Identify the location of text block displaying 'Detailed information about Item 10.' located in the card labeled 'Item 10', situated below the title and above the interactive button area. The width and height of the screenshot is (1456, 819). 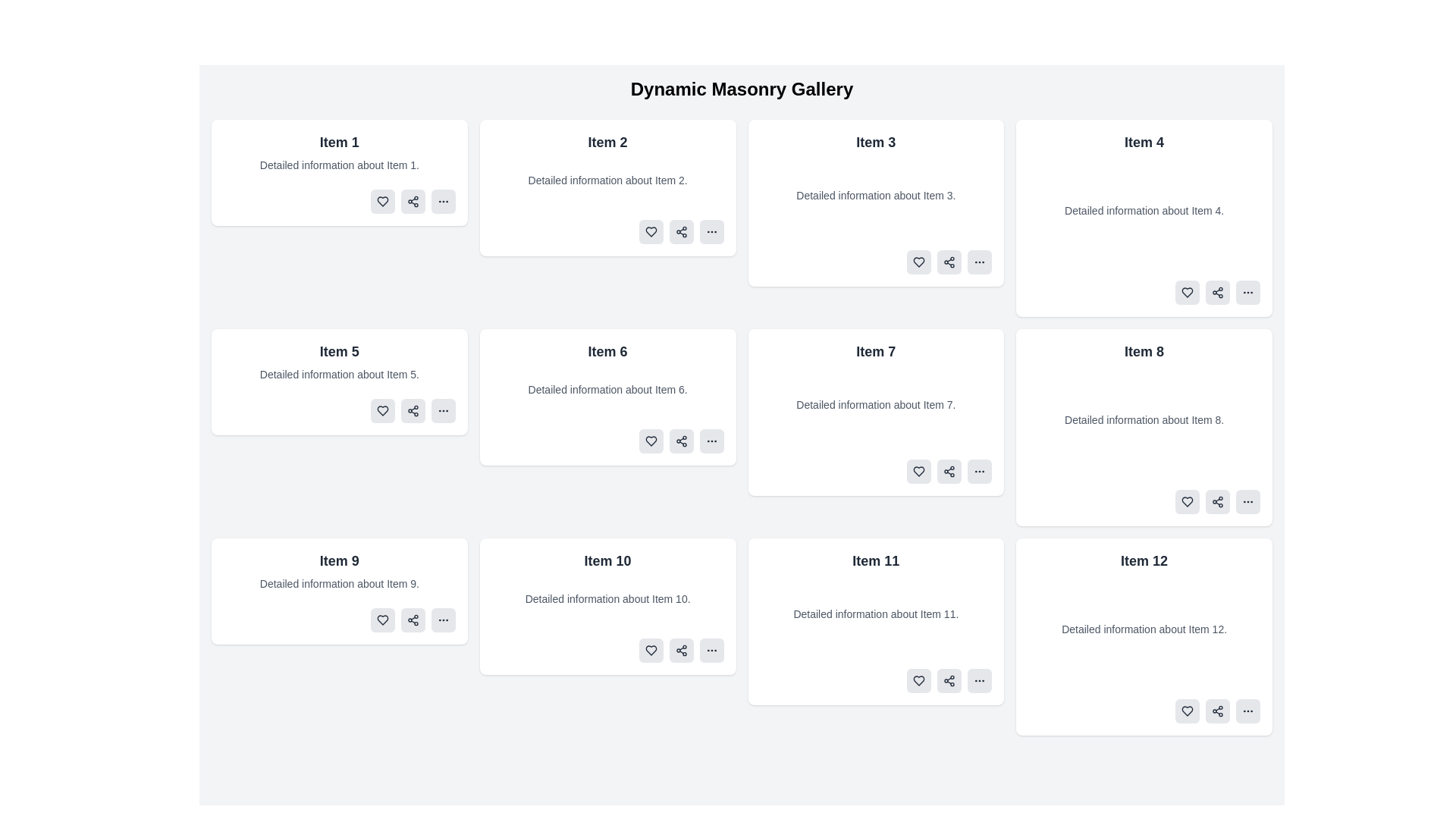
(607, 598).